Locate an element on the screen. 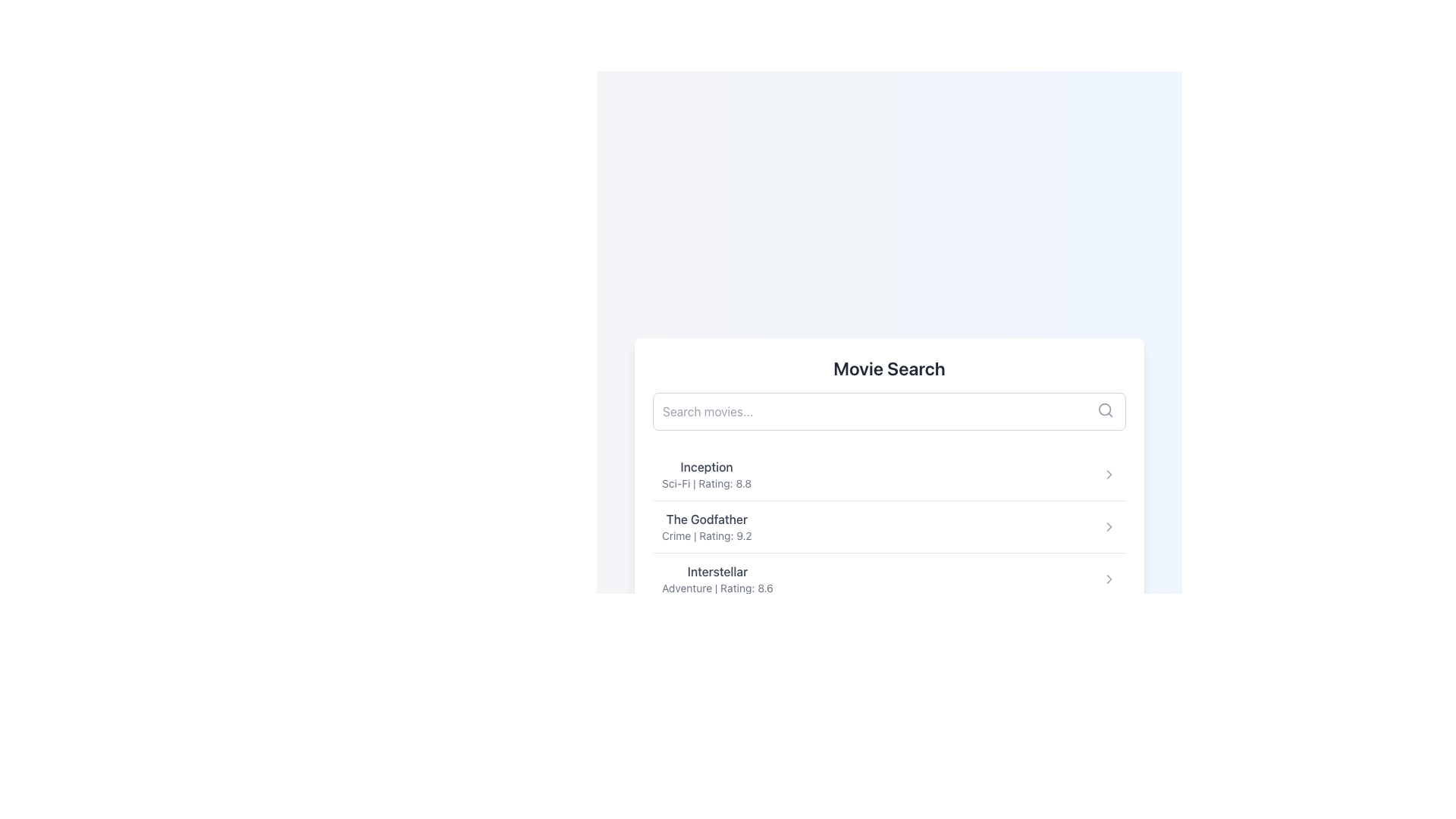 The image size is (1456, 819). the right arrow chevron icon, which is gray and aligned with the text 'The Godfather' is located at coordinates (1109, 526).